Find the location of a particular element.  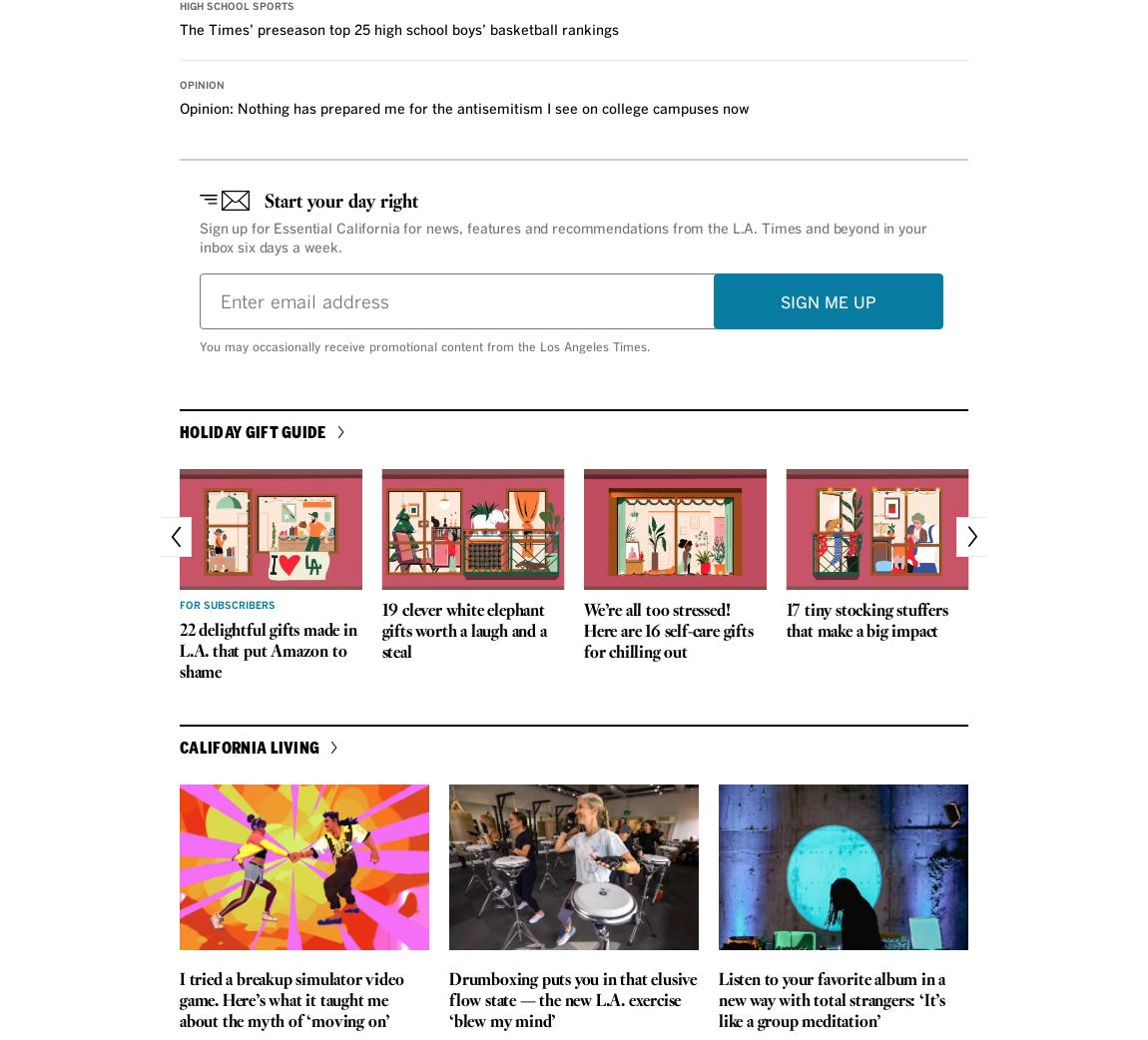

'Sign up for Essential California for news, features and recommendations from the L.A. Times and beyond in your inbox six days a week.' is located at coordinates (562, 238).